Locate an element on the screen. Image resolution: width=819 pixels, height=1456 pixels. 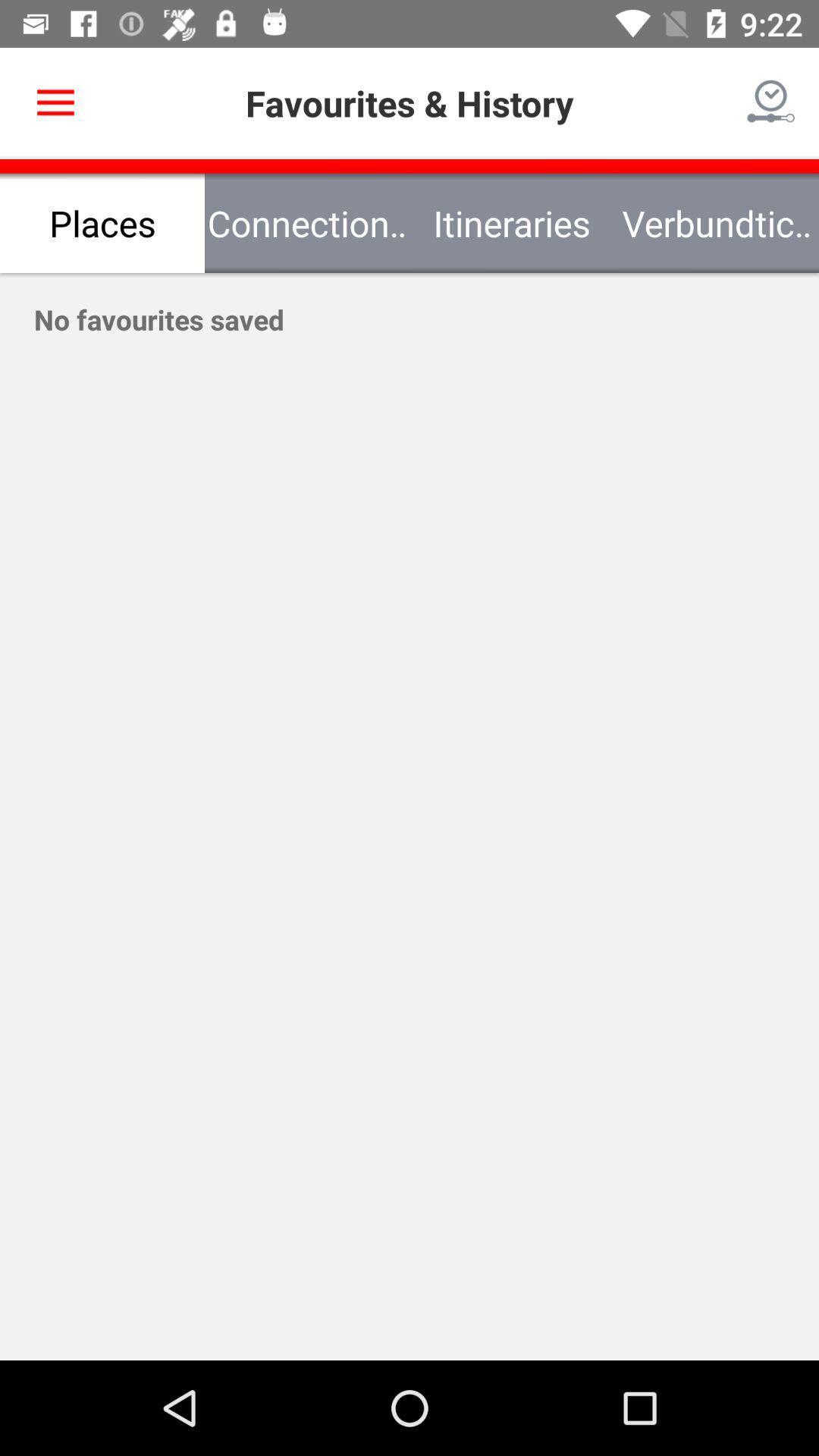
icon to the left of itineraries is located at coordinates (307, 222).